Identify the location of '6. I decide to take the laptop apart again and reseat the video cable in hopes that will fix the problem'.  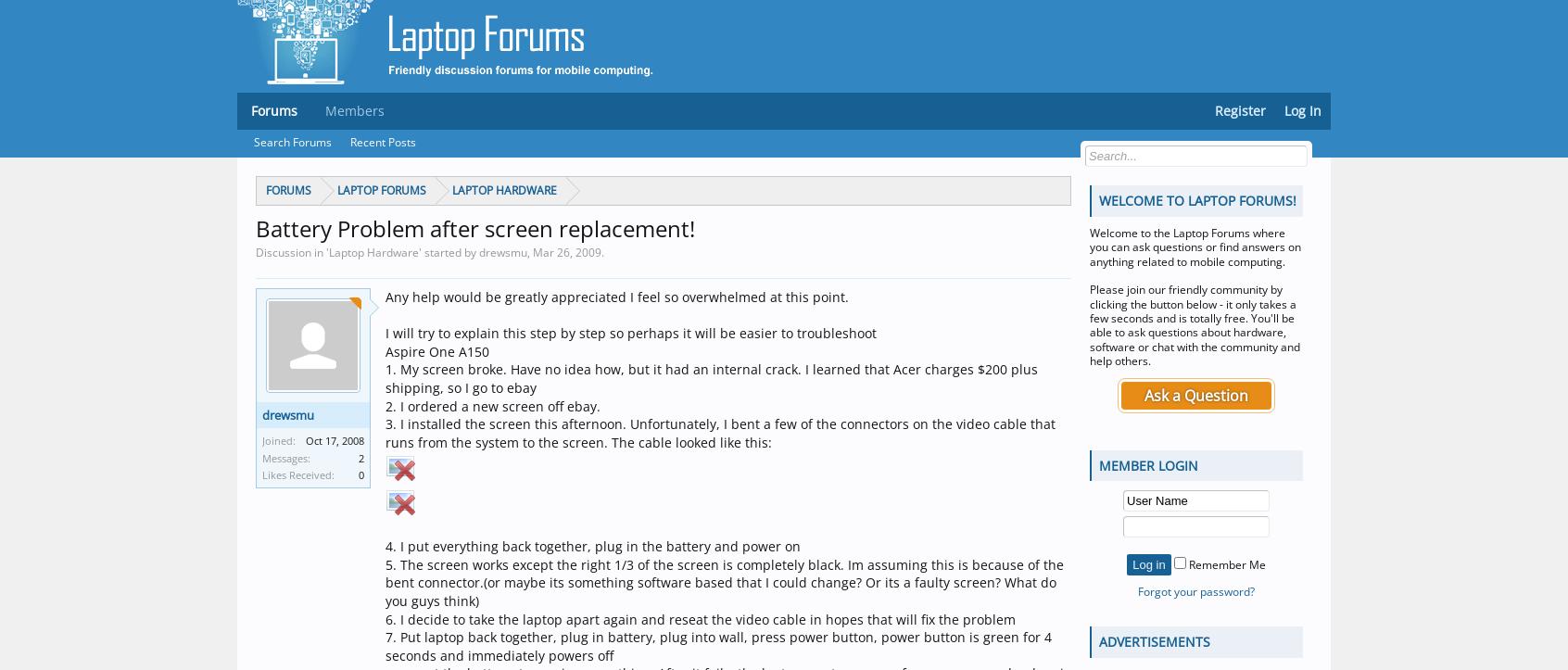
(699, 617).